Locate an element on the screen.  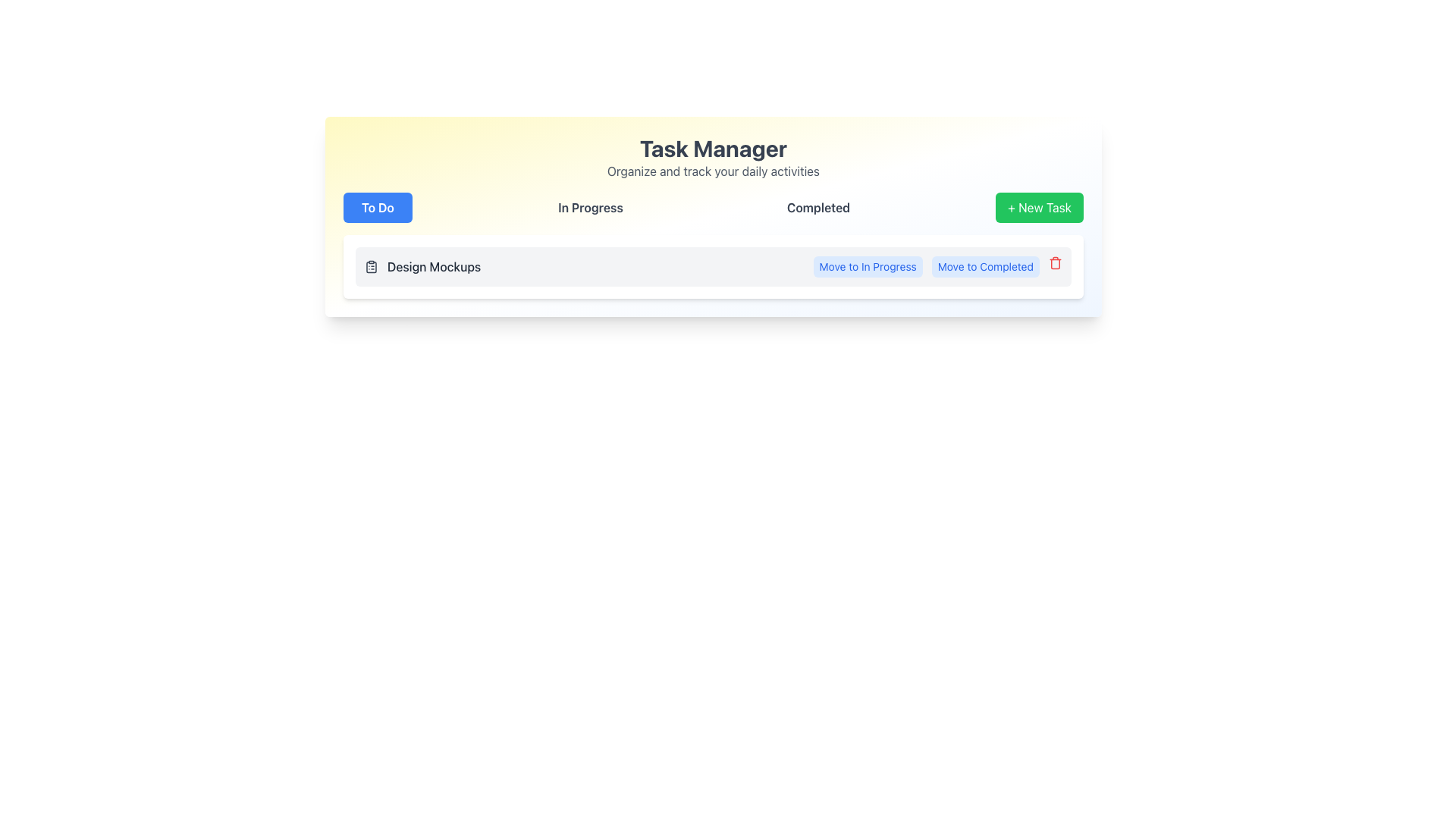
the Icon button for the deletion action of the 'Design Mockups' task, located at the far right of the horizontal layout with two other buttons to its left is located at coordinates (1055, 262).